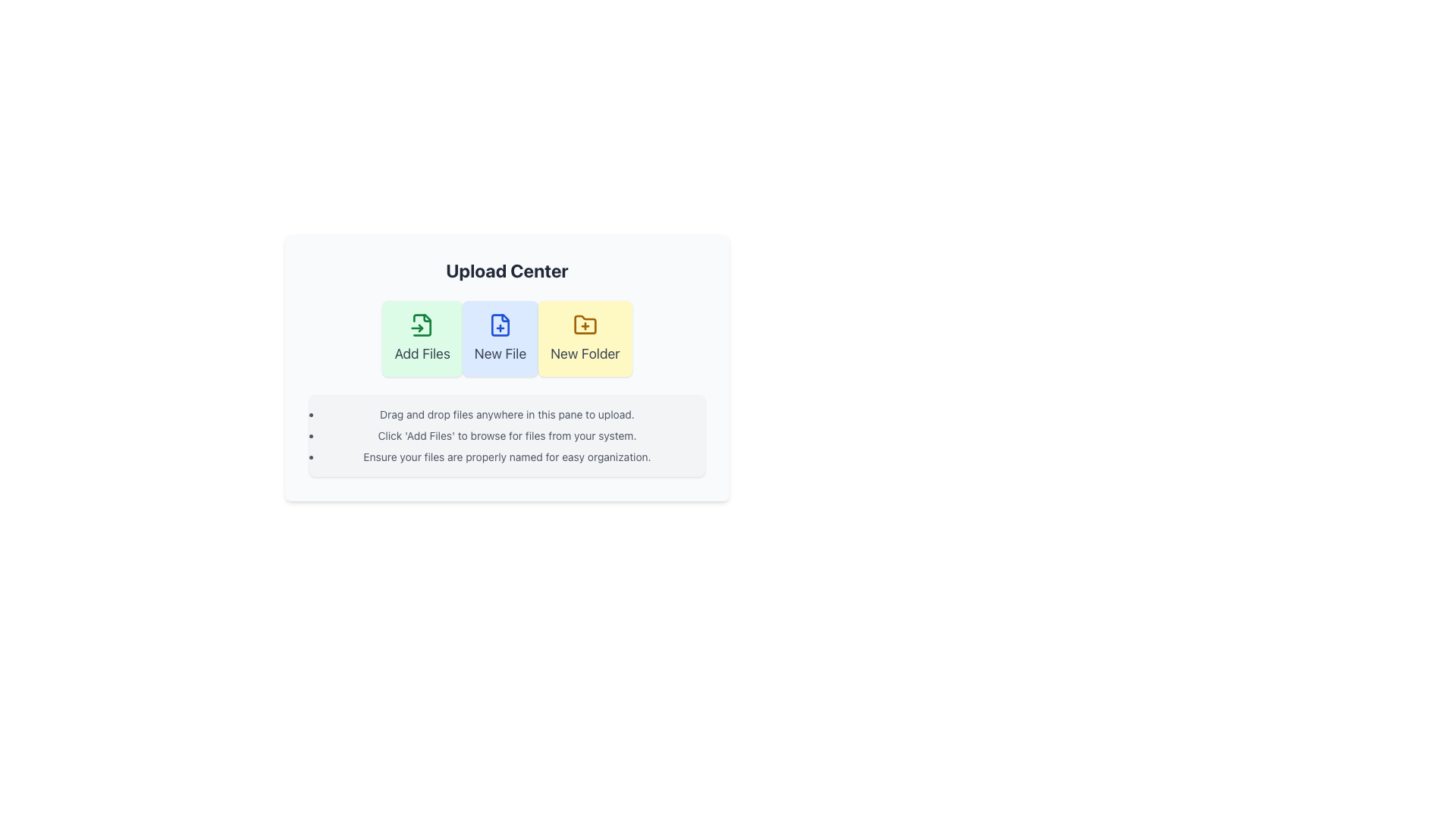  Describe the element at coordinates (500, 324) in the screenshot. I see `the 'New File' icon located in the center column of the 'Upload Center' card to initiate the 'New File' action` at that location.